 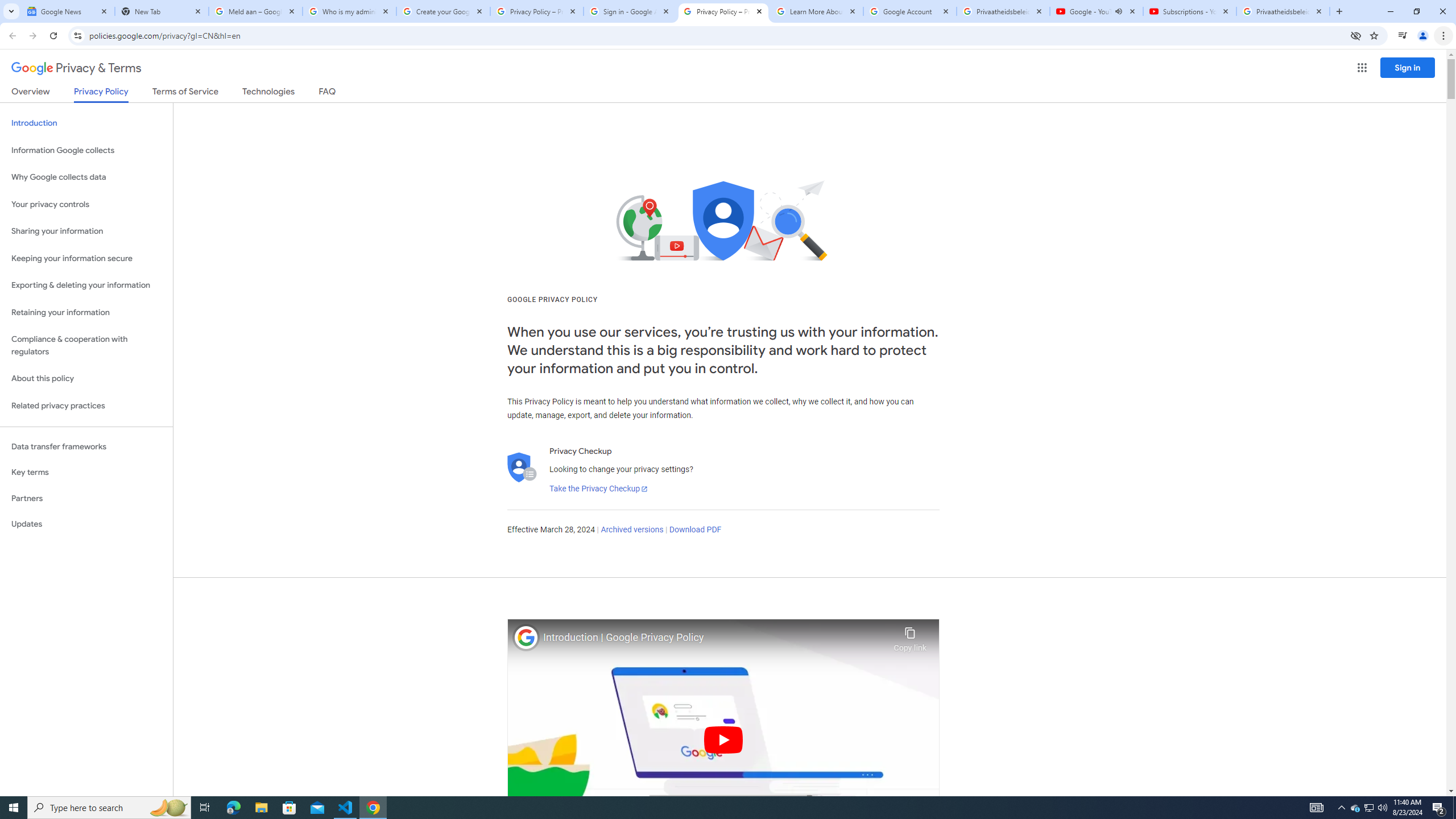 I want to click on 'Information Google collects', so click(x=86, y=150).